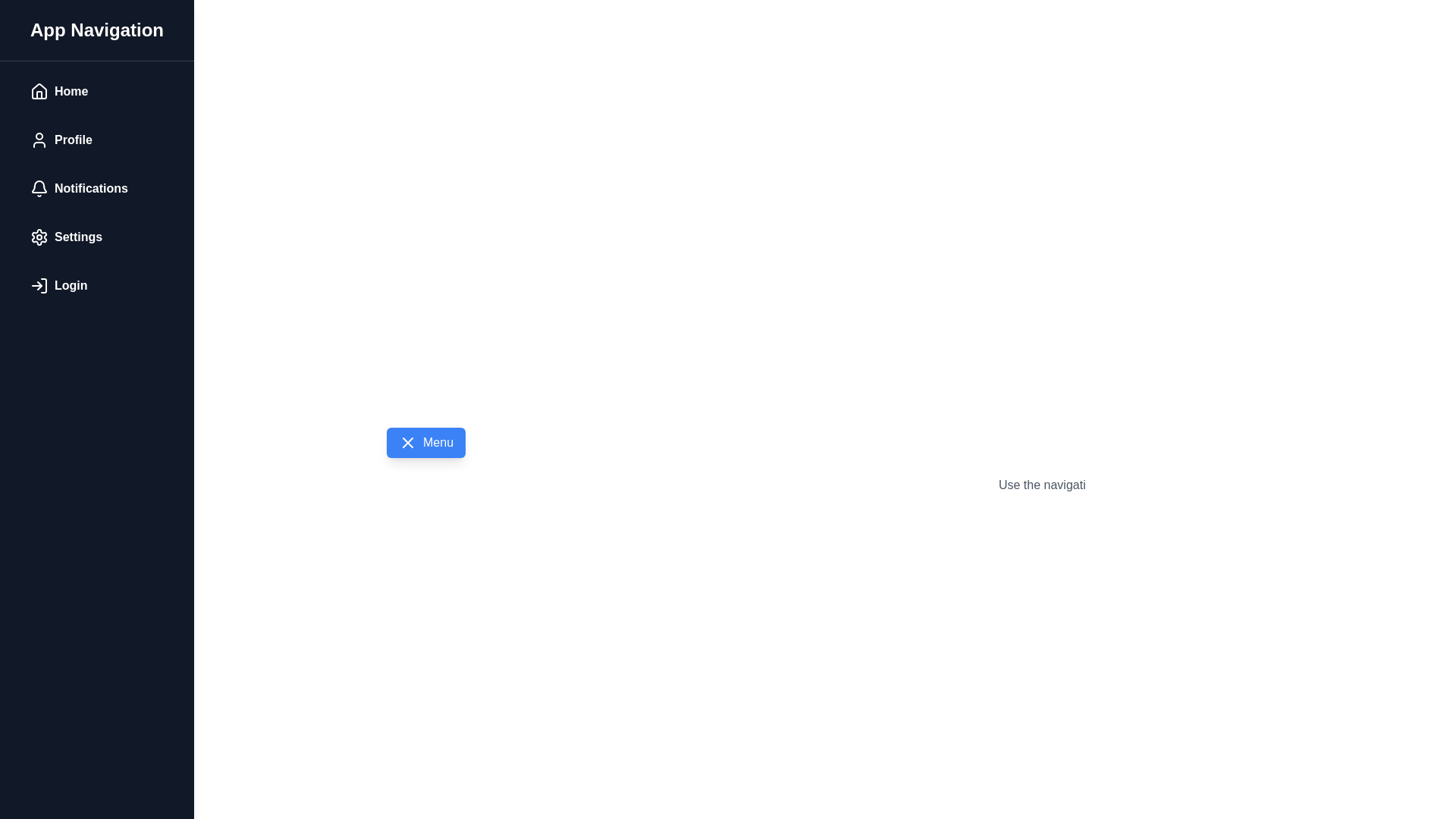 The width and height of the screenshot is (1456, 819). What do you see at coordinates (39, 140) in the screenshot?
I see `the 'Profile' icon in the navigation menu, located to the left of the 'Profile' label` at bounding box center [39, 140].